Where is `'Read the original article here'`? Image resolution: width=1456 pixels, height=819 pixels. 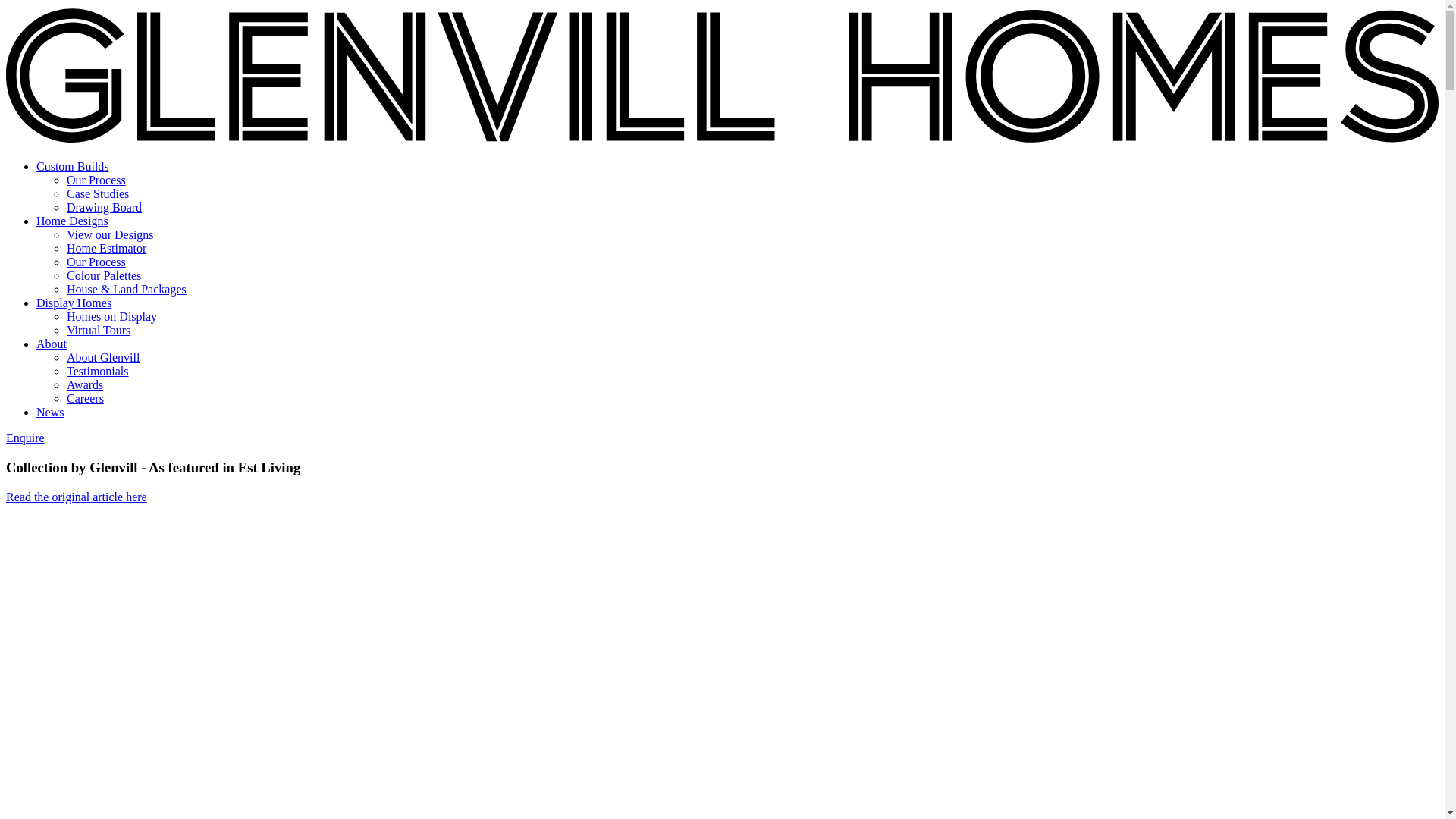
'Read the original article here' is located at coordinates (75, 497).